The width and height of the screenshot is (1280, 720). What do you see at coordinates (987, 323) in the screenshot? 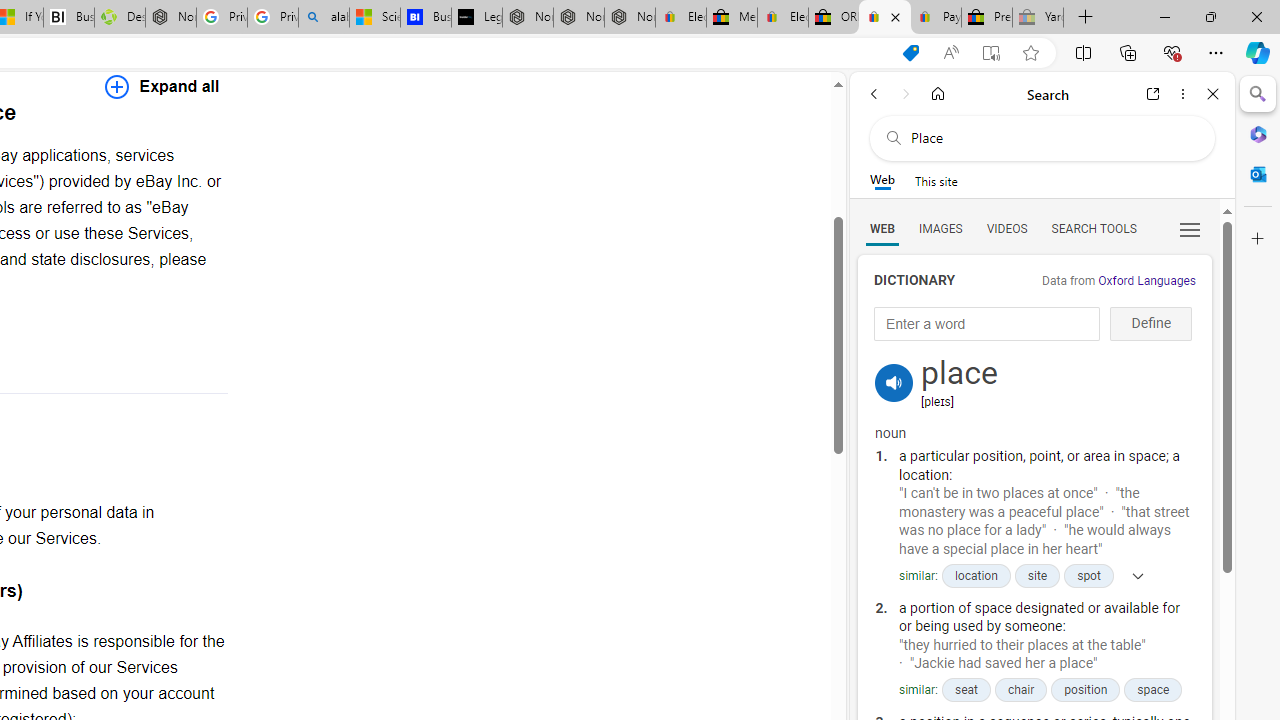
I see `'Enter a word'` at bounding box center [987, 323].